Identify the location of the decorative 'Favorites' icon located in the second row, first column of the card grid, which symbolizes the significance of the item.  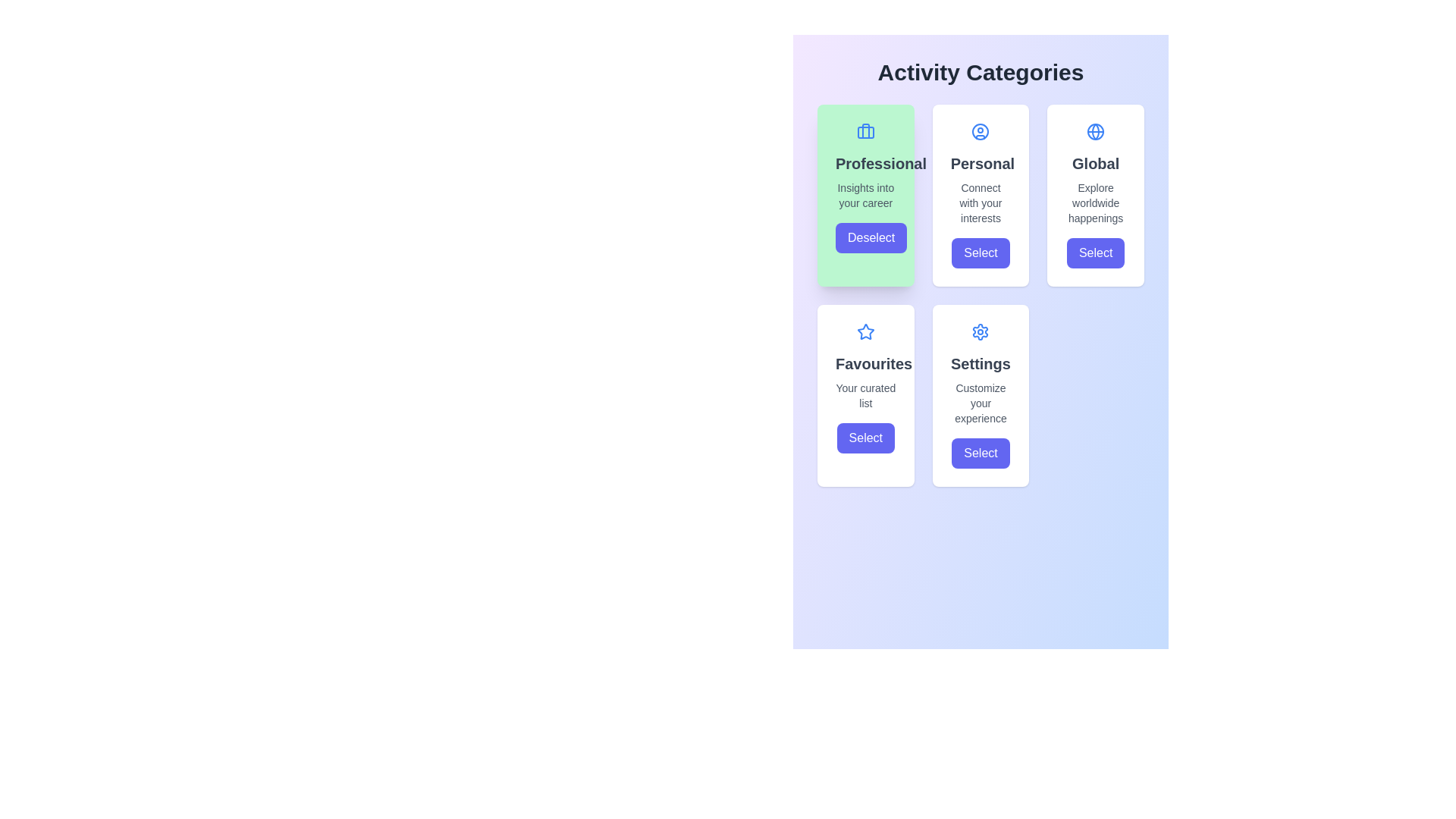
(865, 331).